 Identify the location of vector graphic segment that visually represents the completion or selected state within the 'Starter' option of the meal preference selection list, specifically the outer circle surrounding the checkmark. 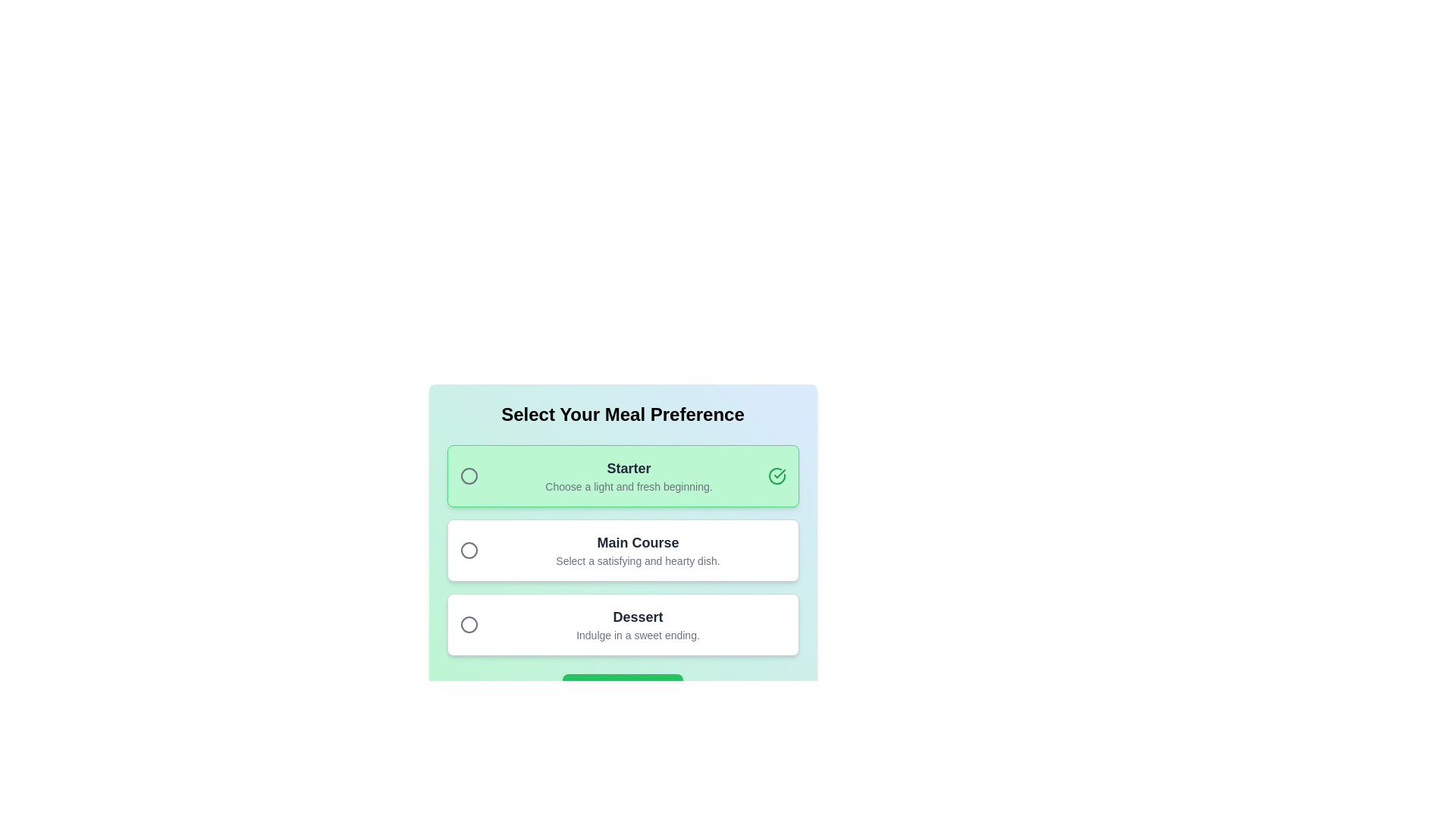
(777, 475).